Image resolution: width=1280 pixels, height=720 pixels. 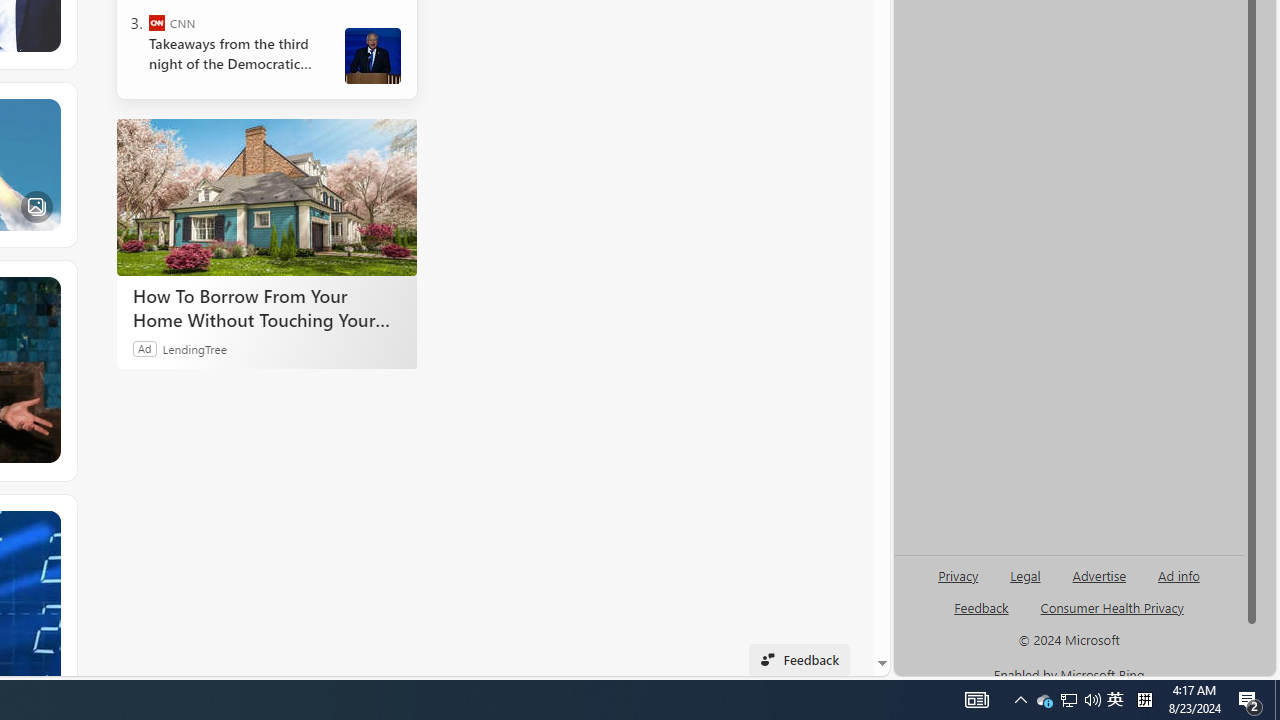 What do you see at coordinates (195, 347) in the screenshot?
I see `'LendingTree'` at bounding box center [195, 347].